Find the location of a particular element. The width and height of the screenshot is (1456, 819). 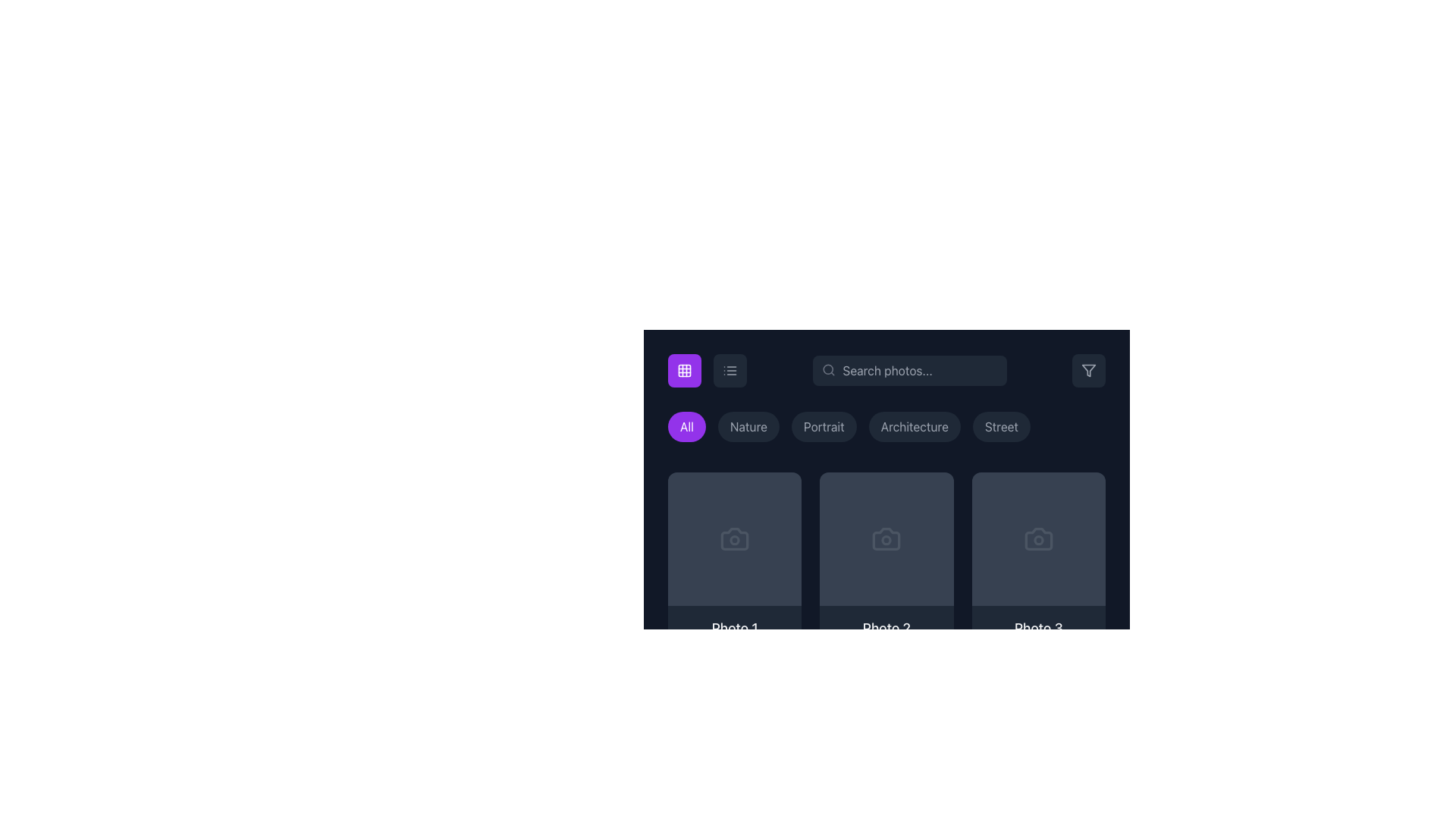

the 'All' button, which has a rounded shape and a vibrant purple background with white text, to filter all categories is located at coordinates (686, 427).